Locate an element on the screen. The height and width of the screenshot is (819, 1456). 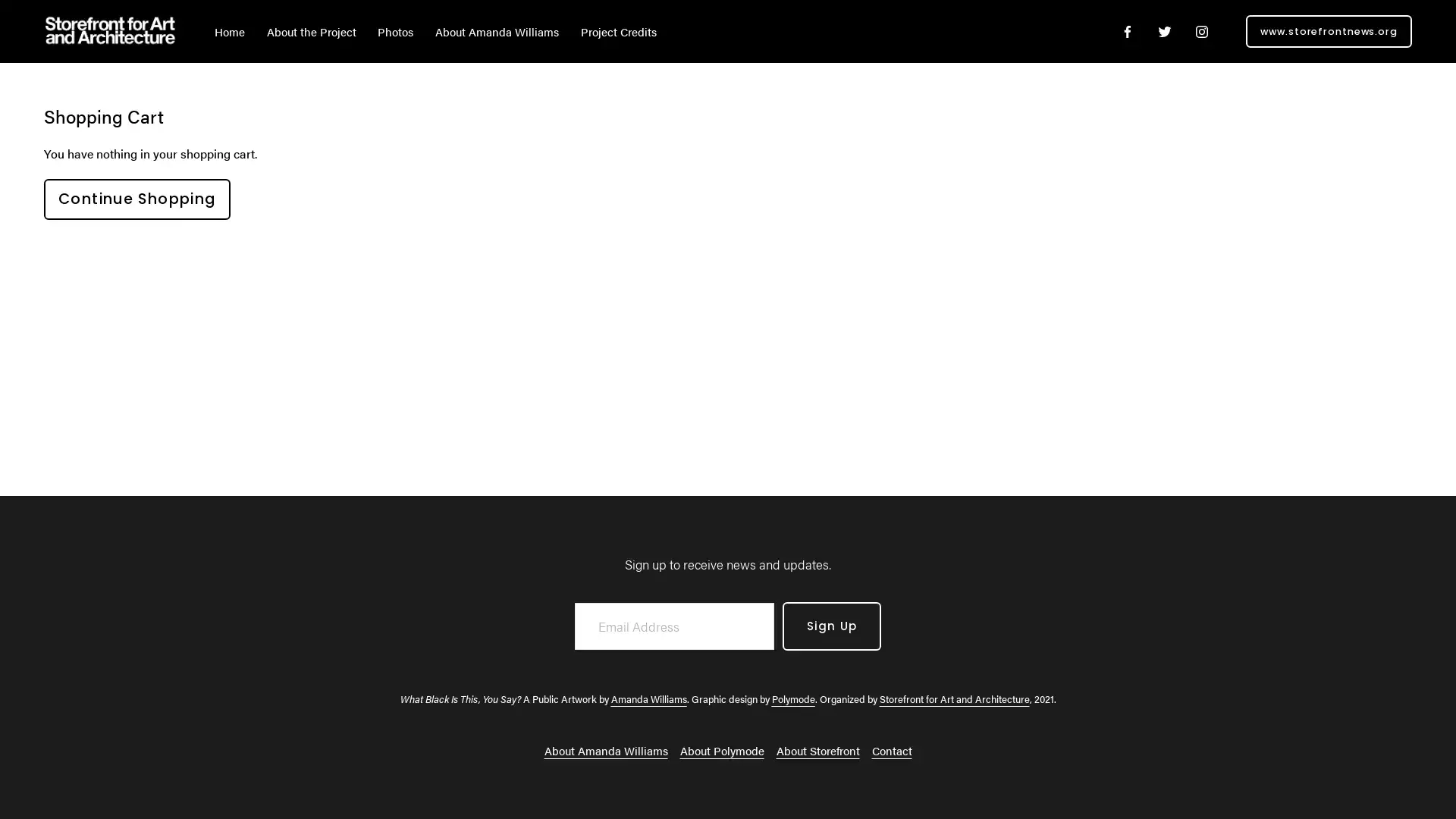
Sign Up is located at coordinates (830, 626).